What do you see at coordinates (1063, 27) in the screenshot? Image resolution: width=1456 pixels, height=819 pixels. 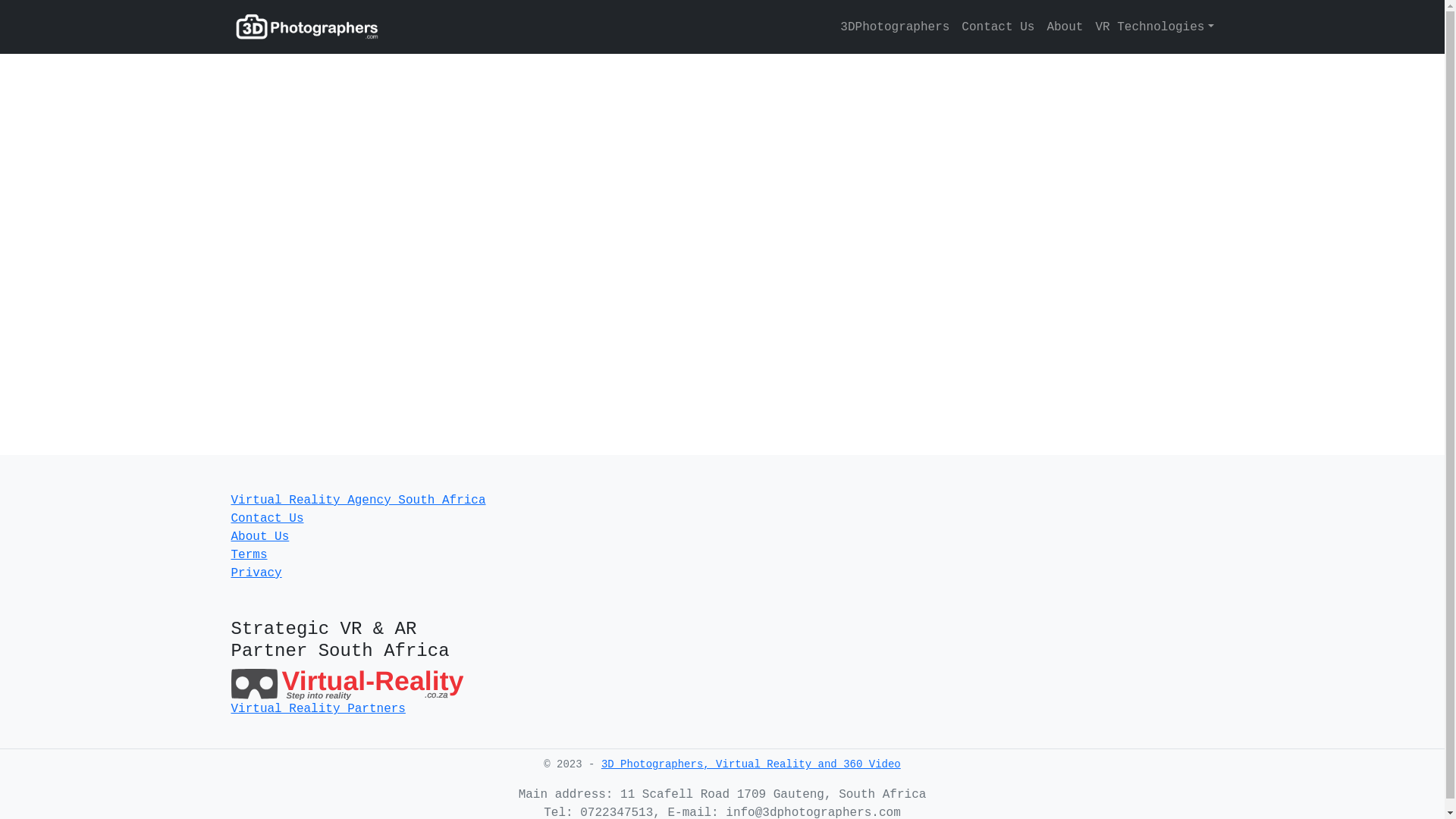 I see `'About'` at bounding box center [1063, 27].